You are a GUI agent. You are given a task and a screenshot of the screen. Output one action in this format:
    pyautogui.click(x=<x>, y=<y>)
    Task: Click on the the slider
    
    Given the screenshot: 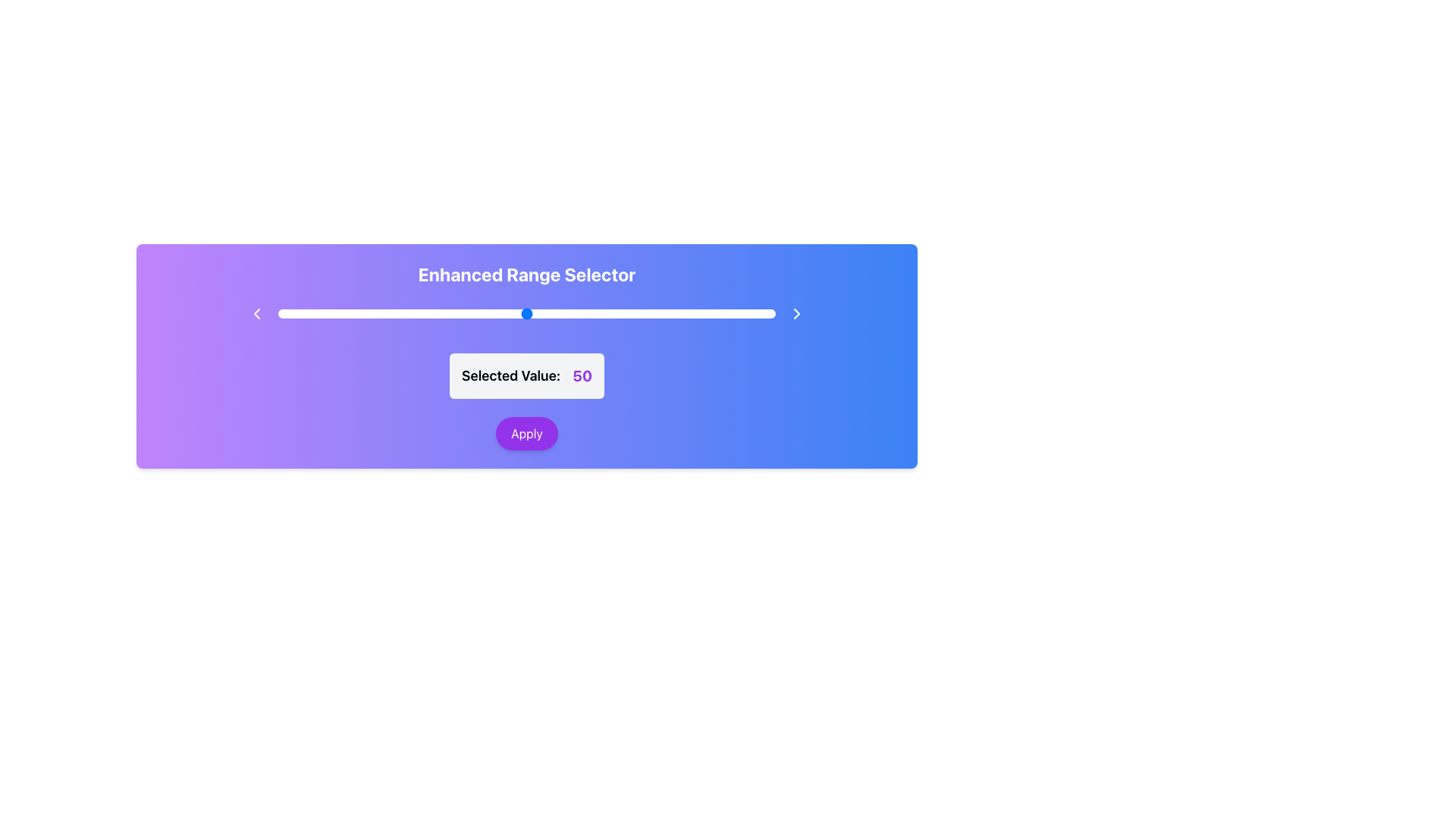 What is the action you would take?
    pyautogui.click(x=715, y=312)
    